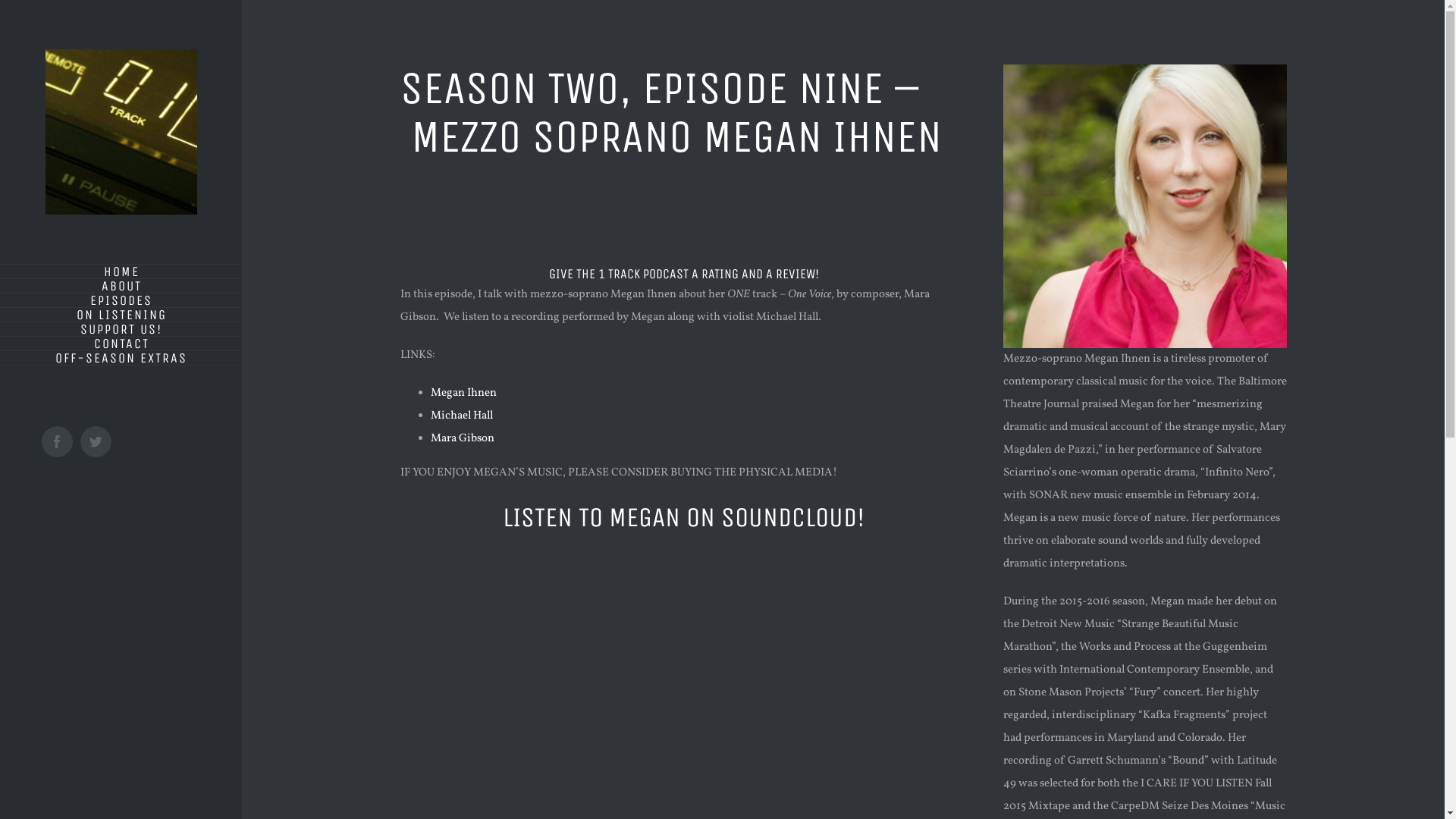  I want to click on 'Michael Hall', so click(429, 416).